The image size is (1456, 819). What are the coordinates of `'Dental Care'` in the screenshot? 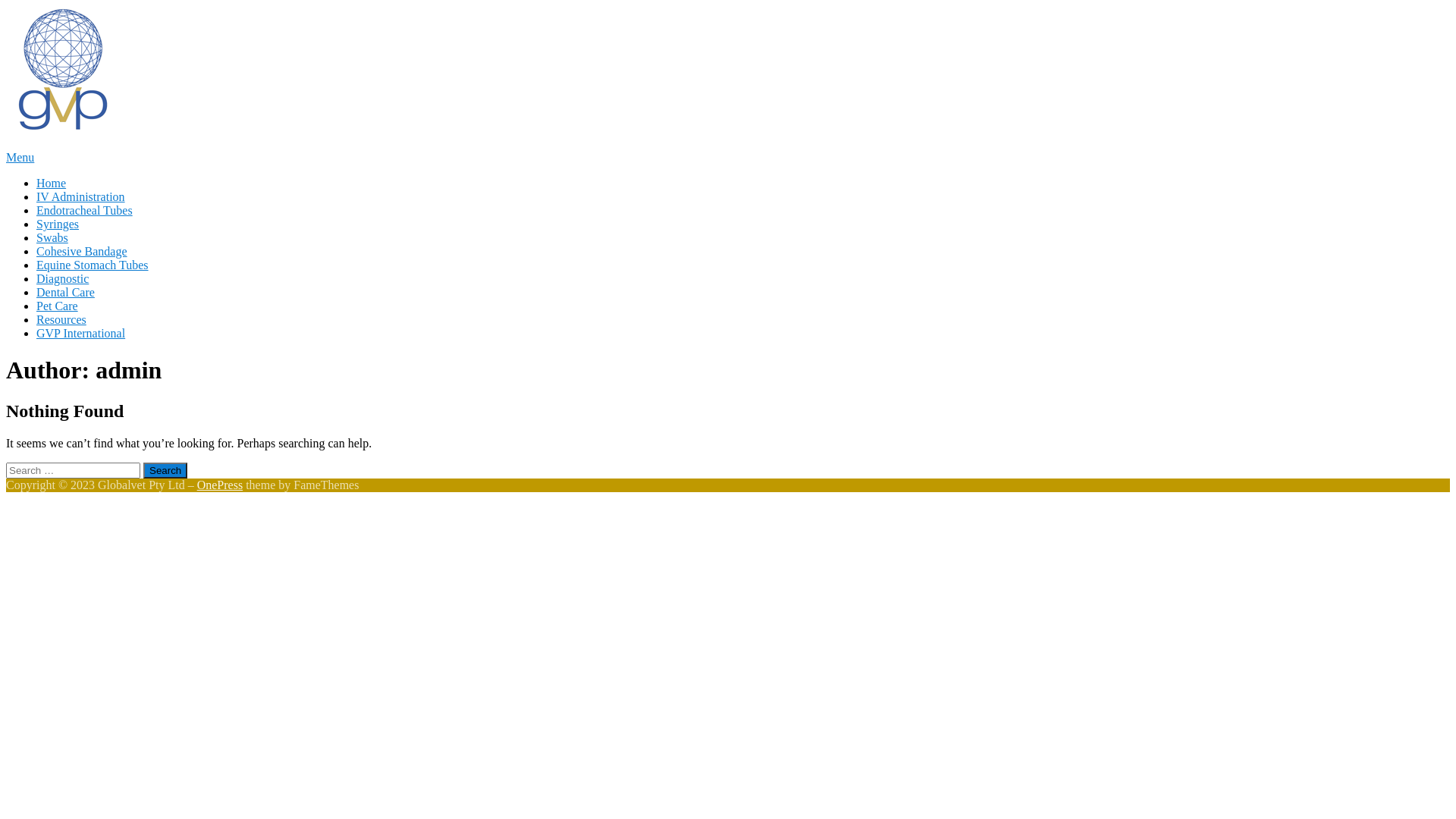 It's located at (64, 292).